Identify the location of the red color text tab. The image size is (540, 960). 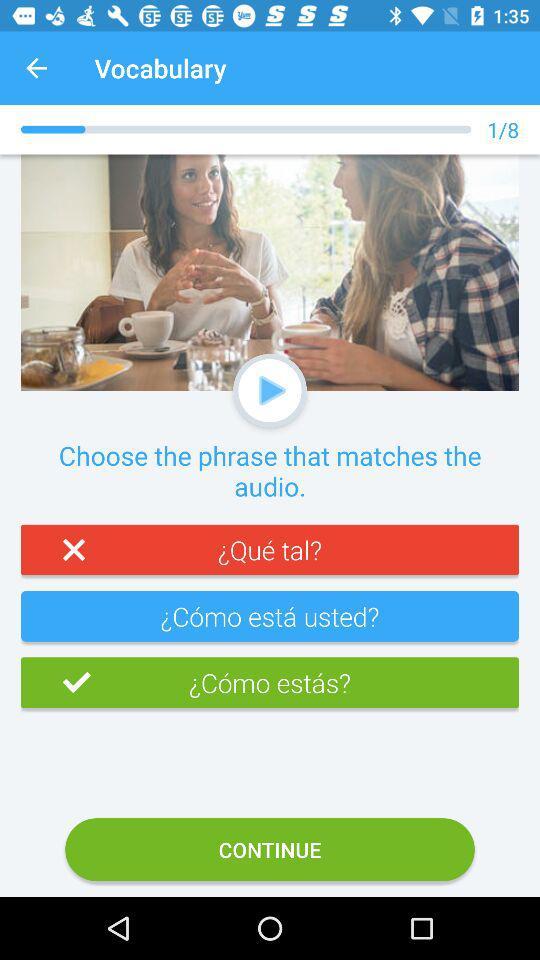
(270, 558).